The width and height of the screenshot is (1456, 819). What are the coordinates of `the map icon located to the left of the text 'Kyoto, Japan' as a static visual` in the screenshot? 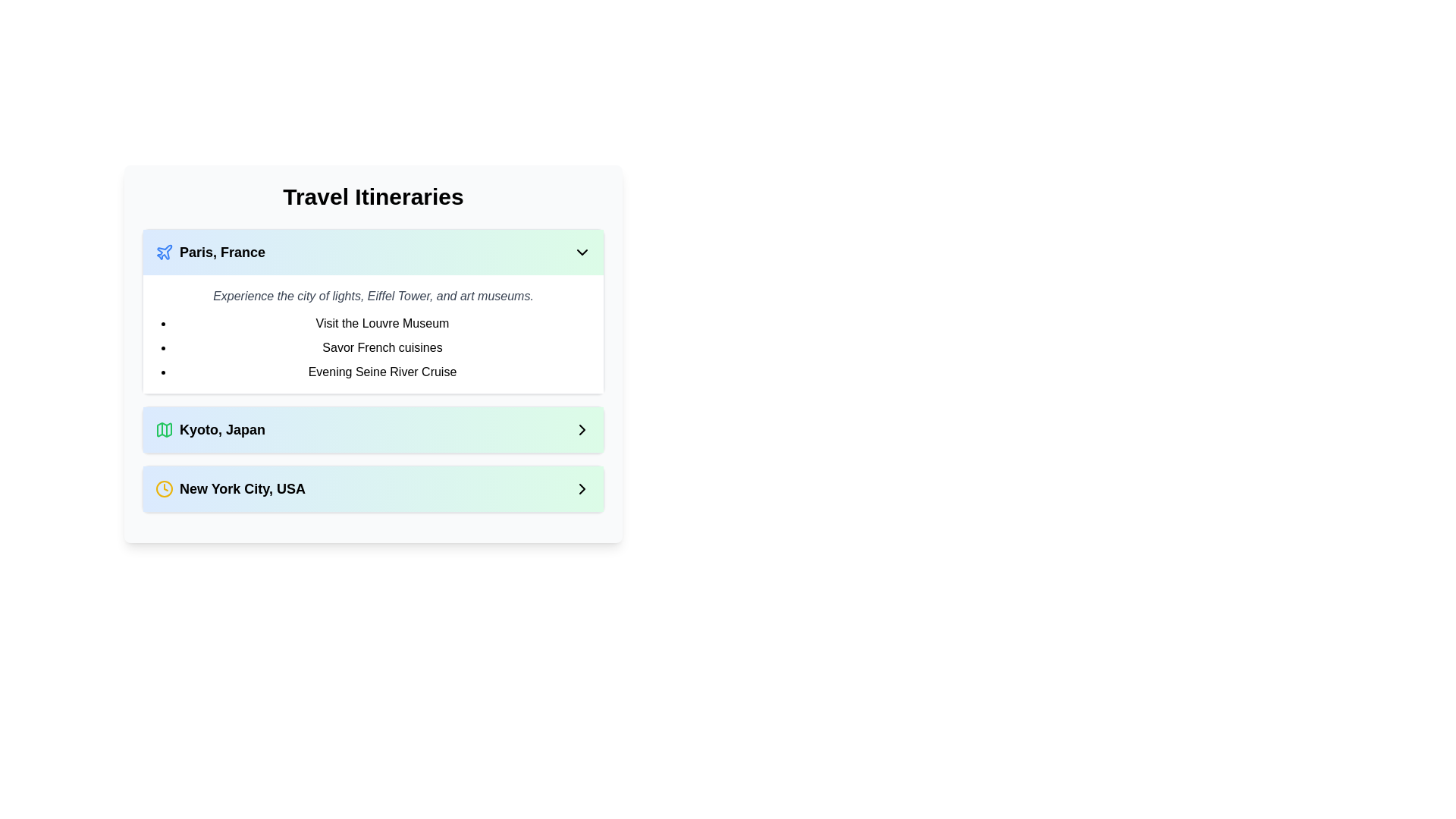 It's located at (164, 430).